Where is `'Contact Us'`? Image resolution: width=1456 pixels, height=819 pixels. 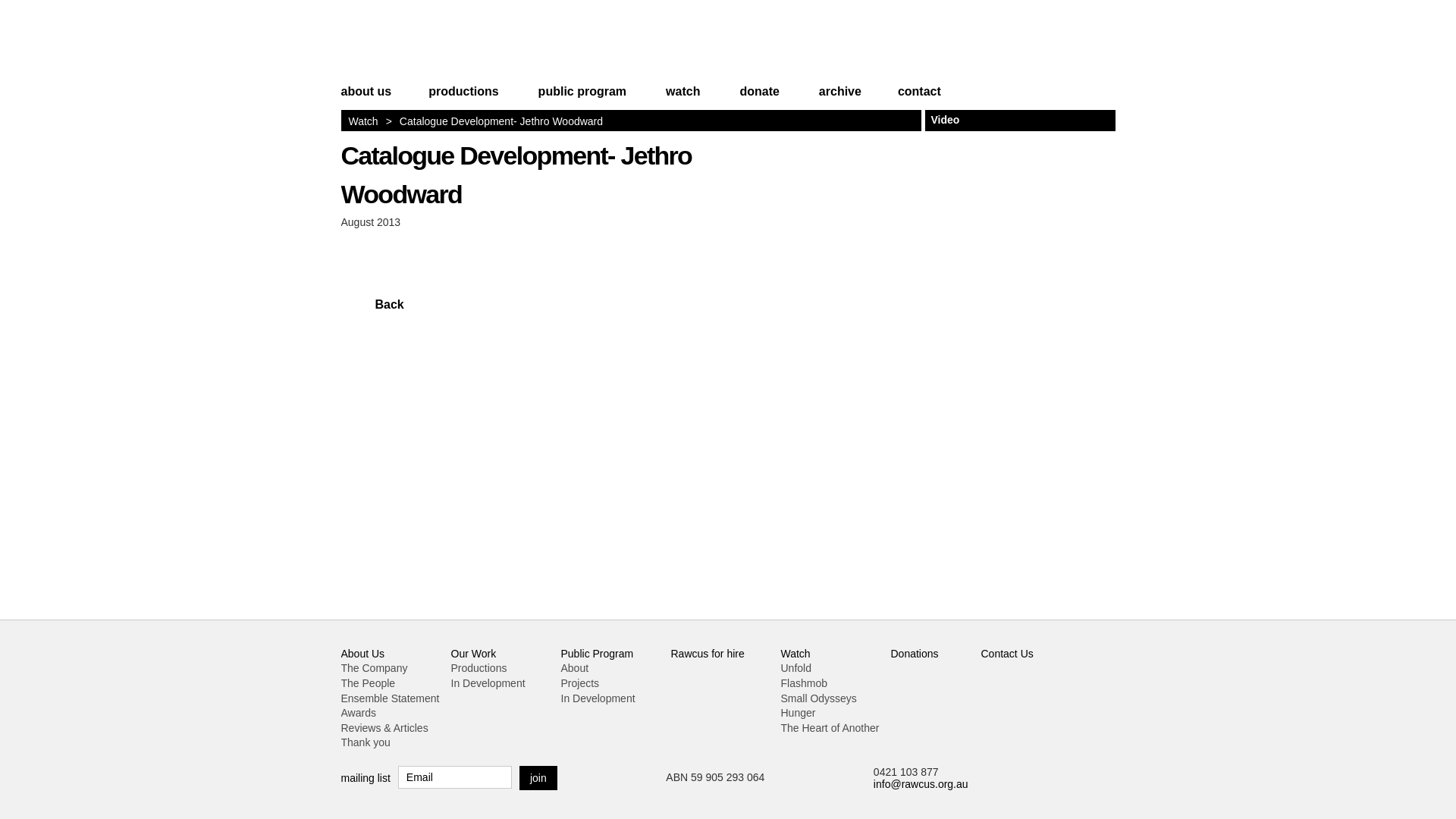
'Contact Us' is located at coordinates (1007, 652).